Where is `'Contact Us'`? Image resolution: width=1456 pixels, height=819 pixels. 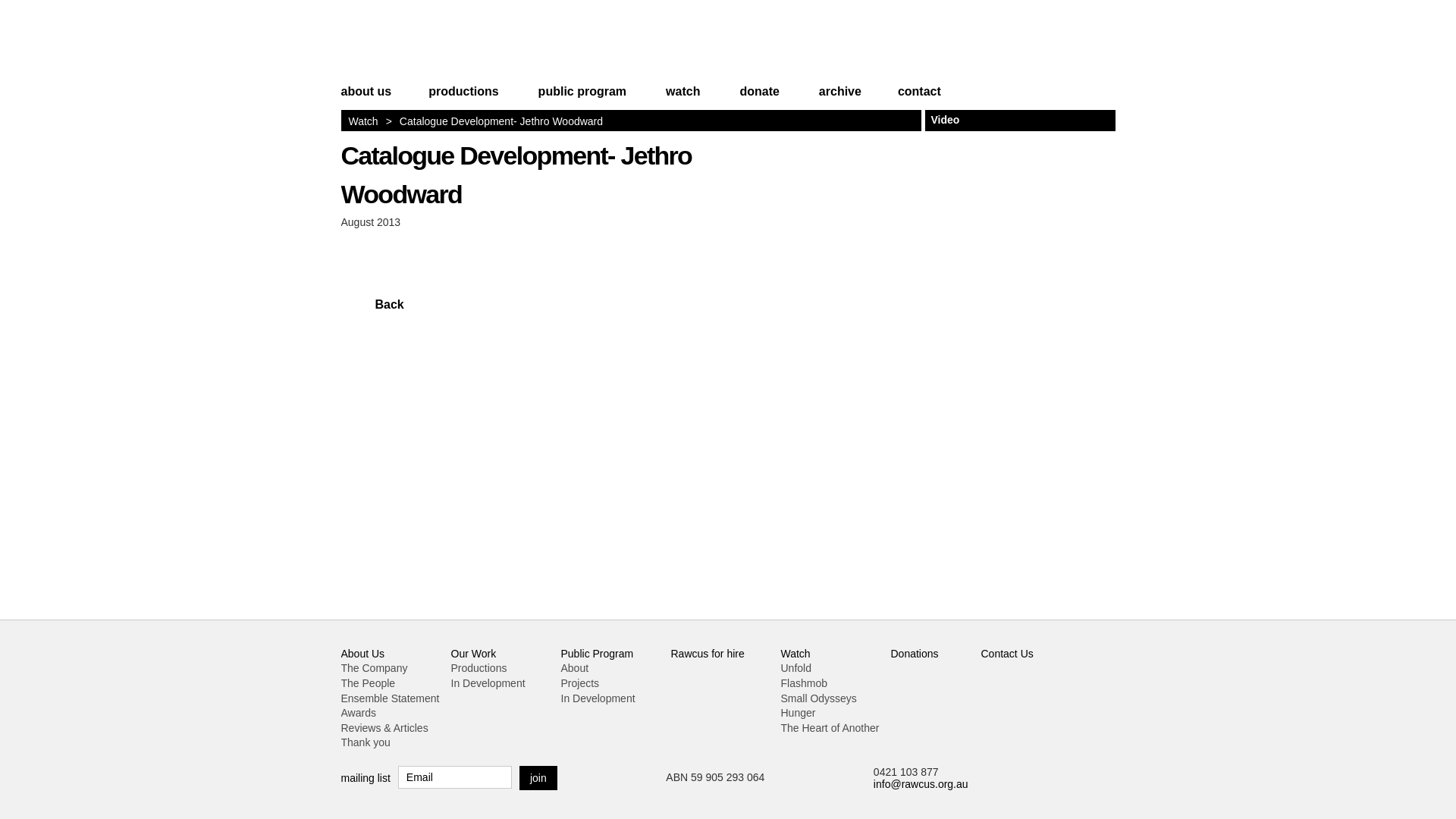
'Contact Us' is located at coordinates (1007, 652).